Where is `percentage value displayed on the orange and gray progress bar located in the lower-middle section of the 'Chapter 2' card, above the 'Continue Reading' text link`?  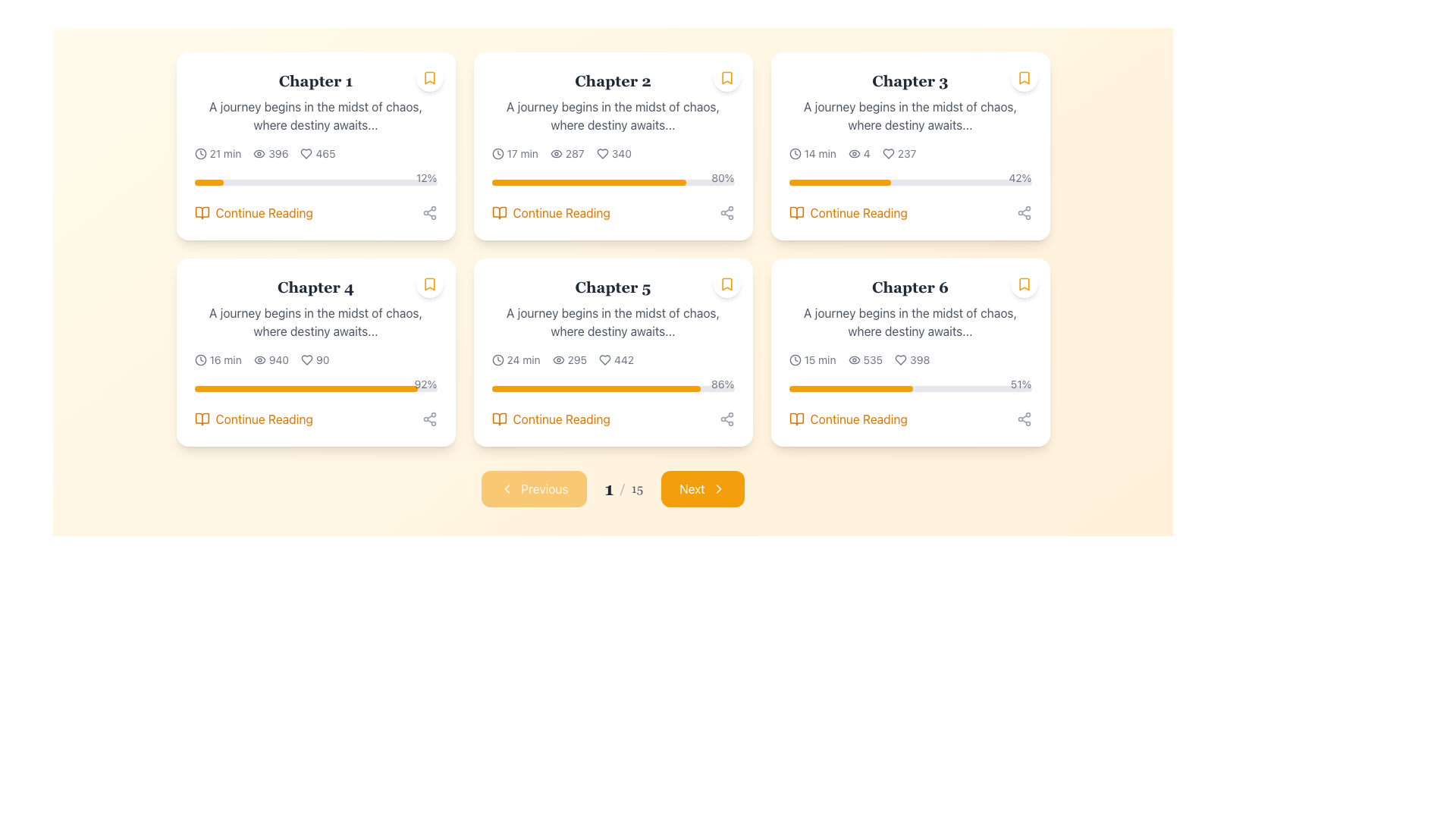
percentage value displayed on the orange and gray progress bar located in the lower-middle section of the 'Chapter 2' card, above the 'Continue Reading' text link is located at coordinates (613, 178).